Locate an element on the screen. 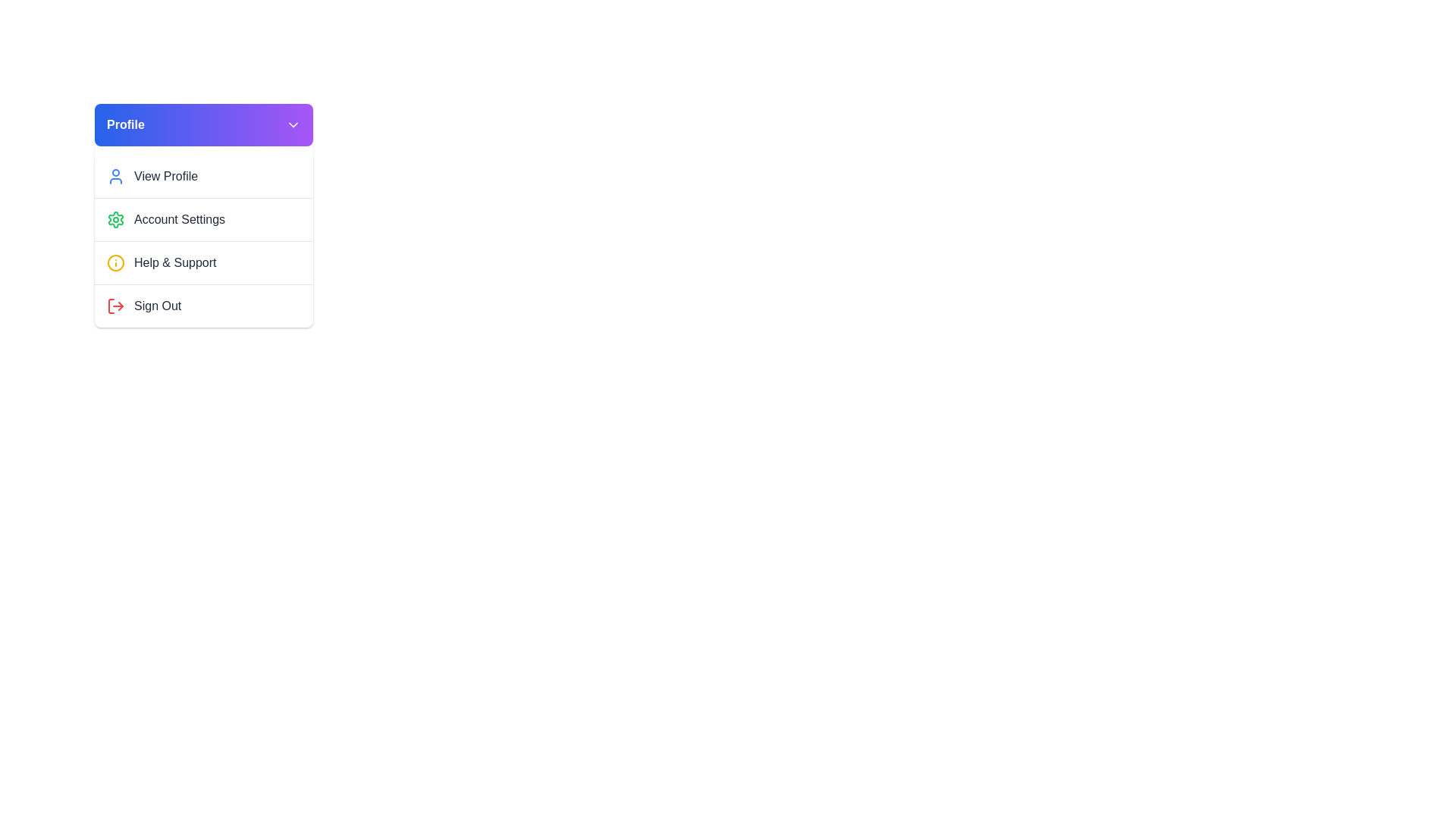 The image size is (1456, 819). the red log-out icon located to the left of the 'Sign Out' text in the dropdown menu under the 'Profile' section is located at coordinates (115, 306).